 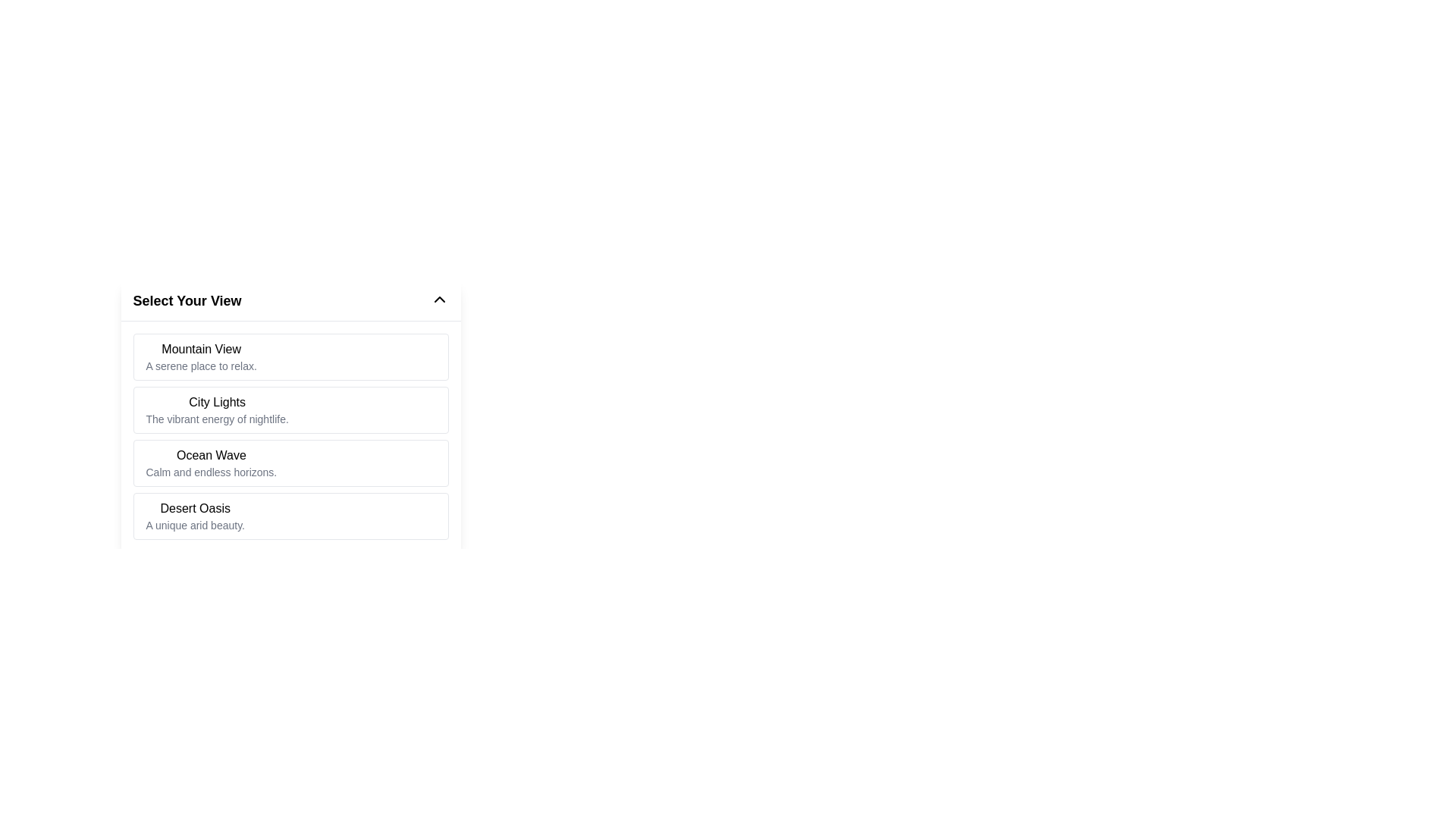 I want to click on the selectable option labeled 'City Lights' in the vertical list, so click(x=216, y=409).